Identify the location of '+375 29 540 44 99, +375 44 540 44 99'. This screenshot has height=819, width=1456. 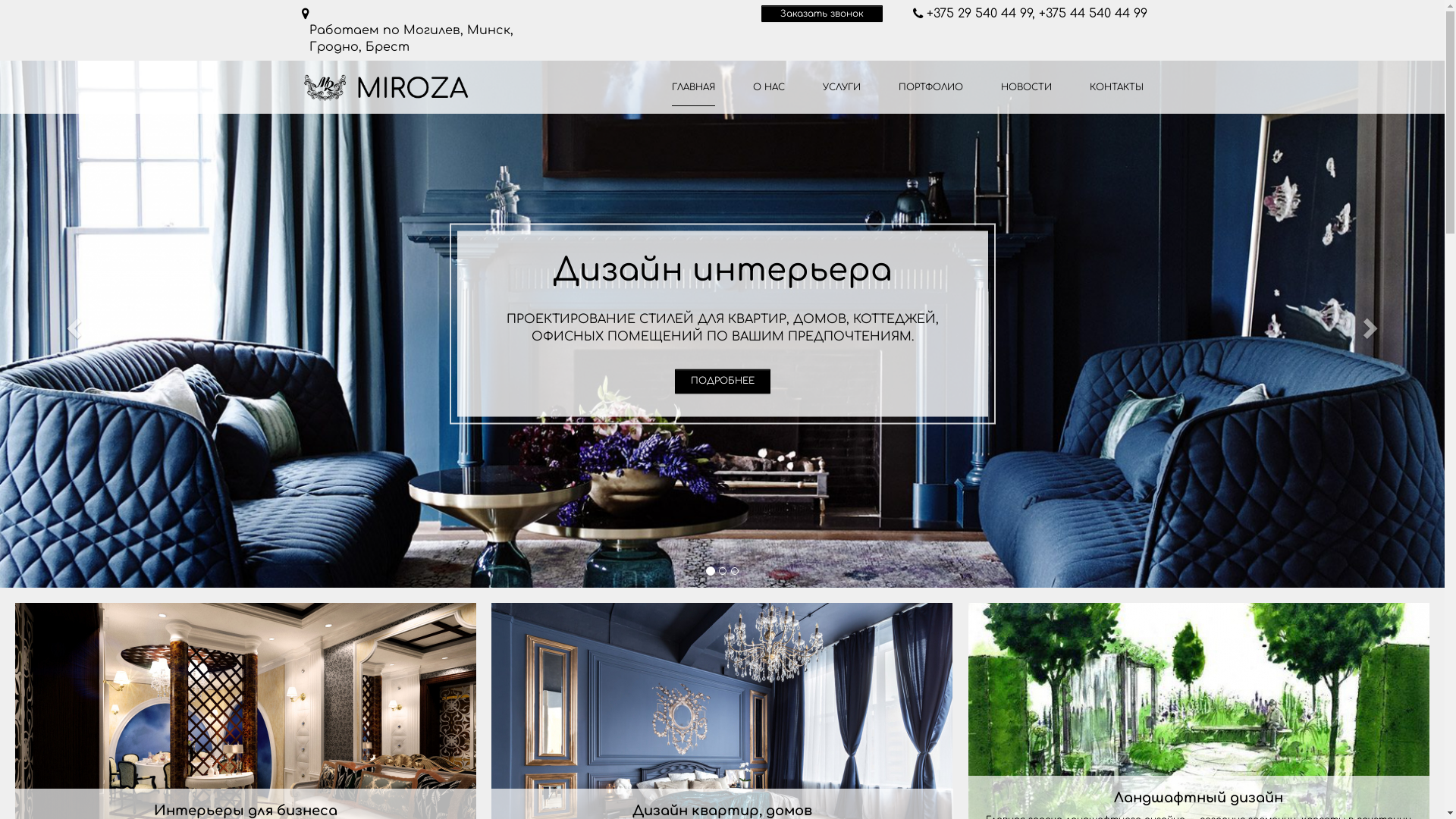
(1031, 14).